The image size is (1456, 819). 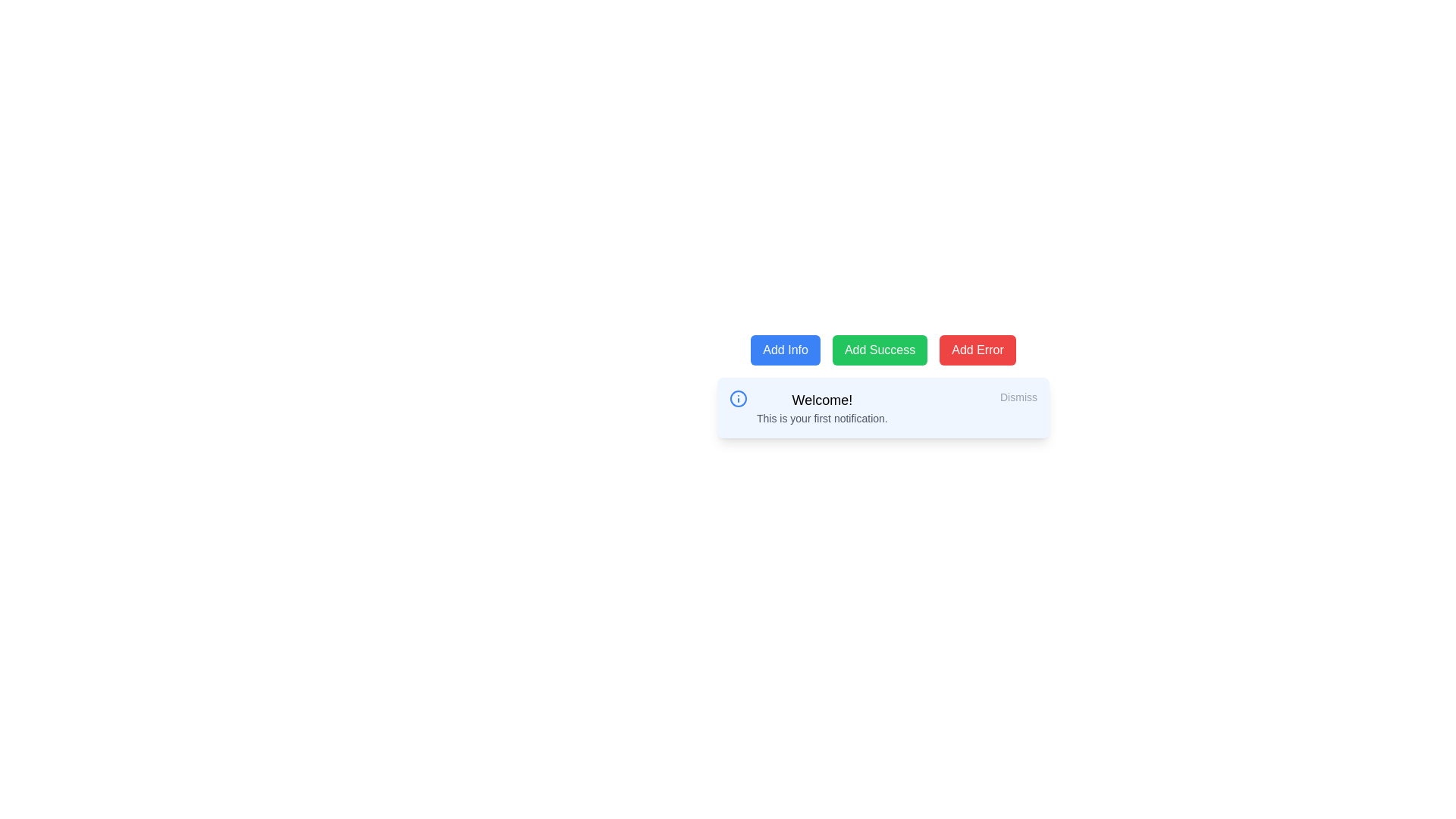 I want to click on the central circle of the information icon located to the left of the notification panel, so click(x=739, y=397).